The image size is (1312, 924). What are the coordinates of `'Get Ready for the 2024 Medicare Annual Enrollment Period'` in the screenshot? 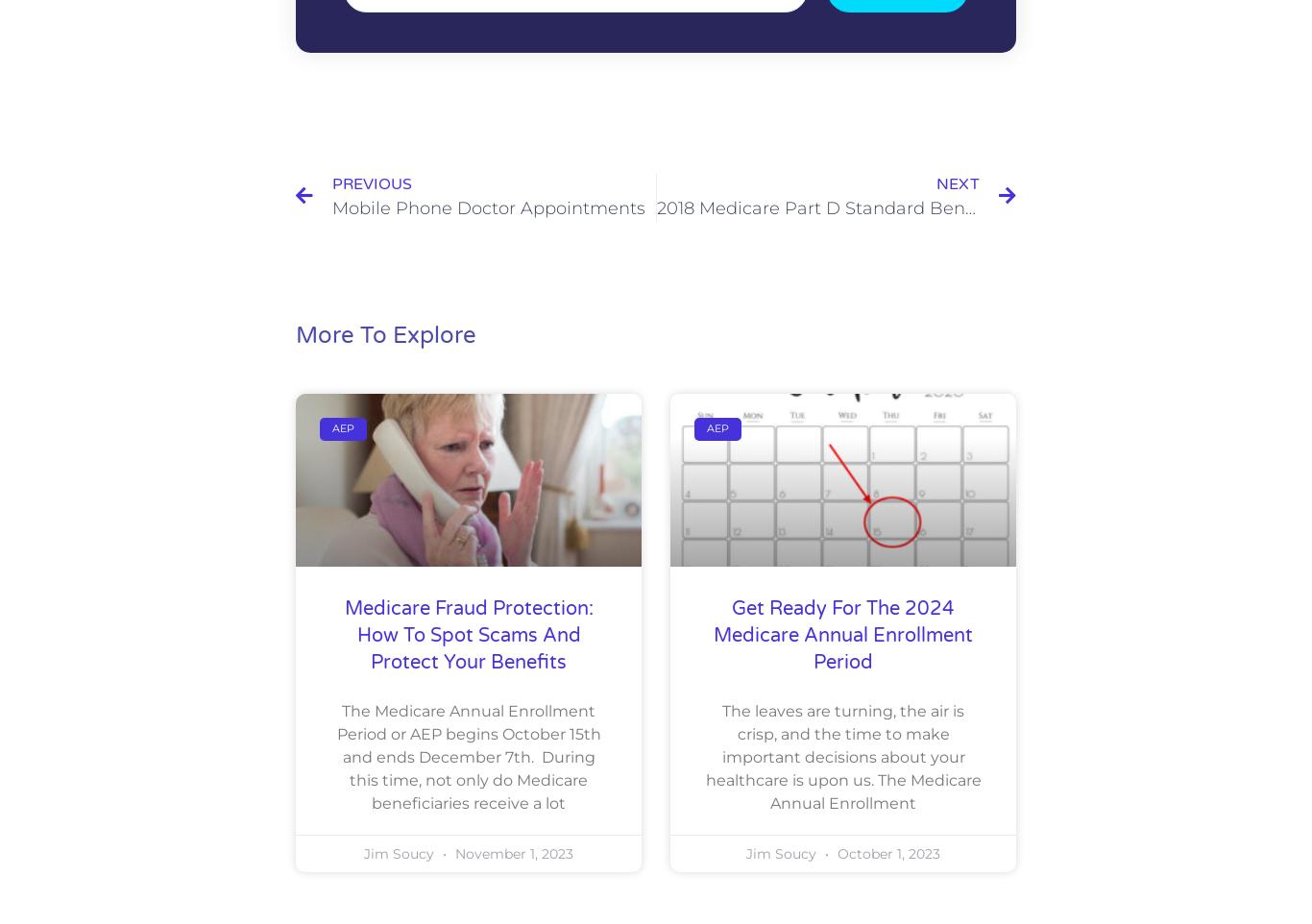 It's located at (842, 634).